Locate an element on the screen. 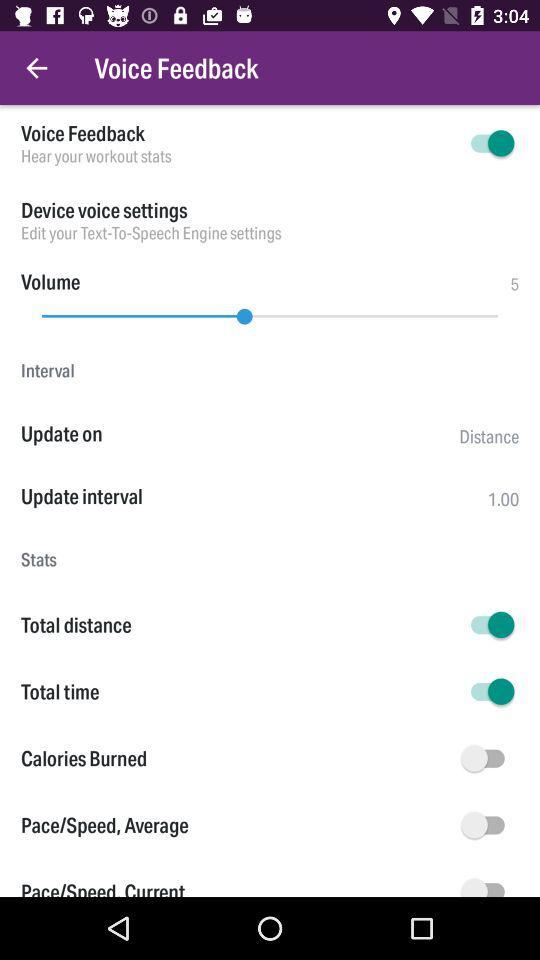 This screenshot has height=960, width=540. the item above the stats is located at coordinates (254, 495).